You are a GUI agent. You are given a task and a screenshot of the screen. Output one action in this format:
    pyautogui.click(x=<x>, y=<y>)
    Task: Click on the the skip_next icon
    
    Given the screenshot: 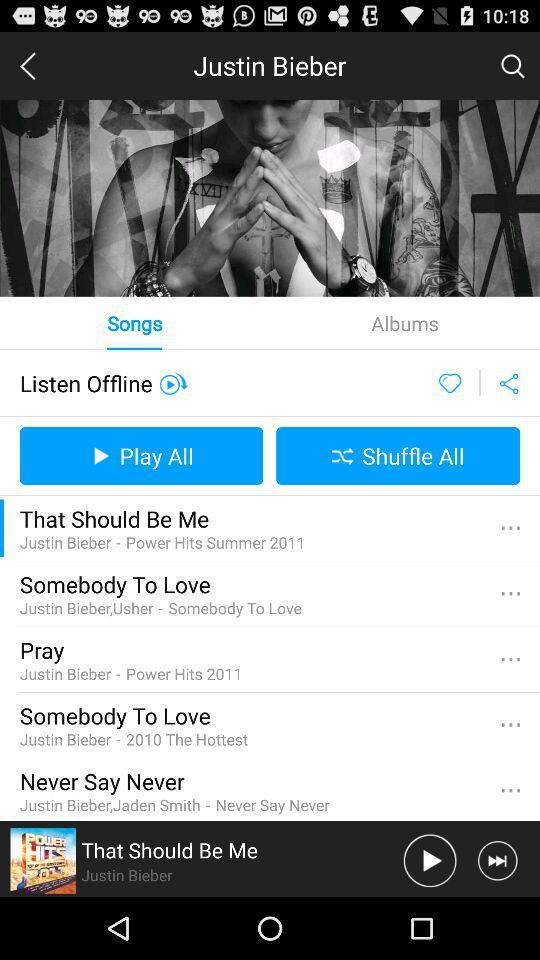 What is the action you would take?
    pyautogui.click(x=496, y=921)
    